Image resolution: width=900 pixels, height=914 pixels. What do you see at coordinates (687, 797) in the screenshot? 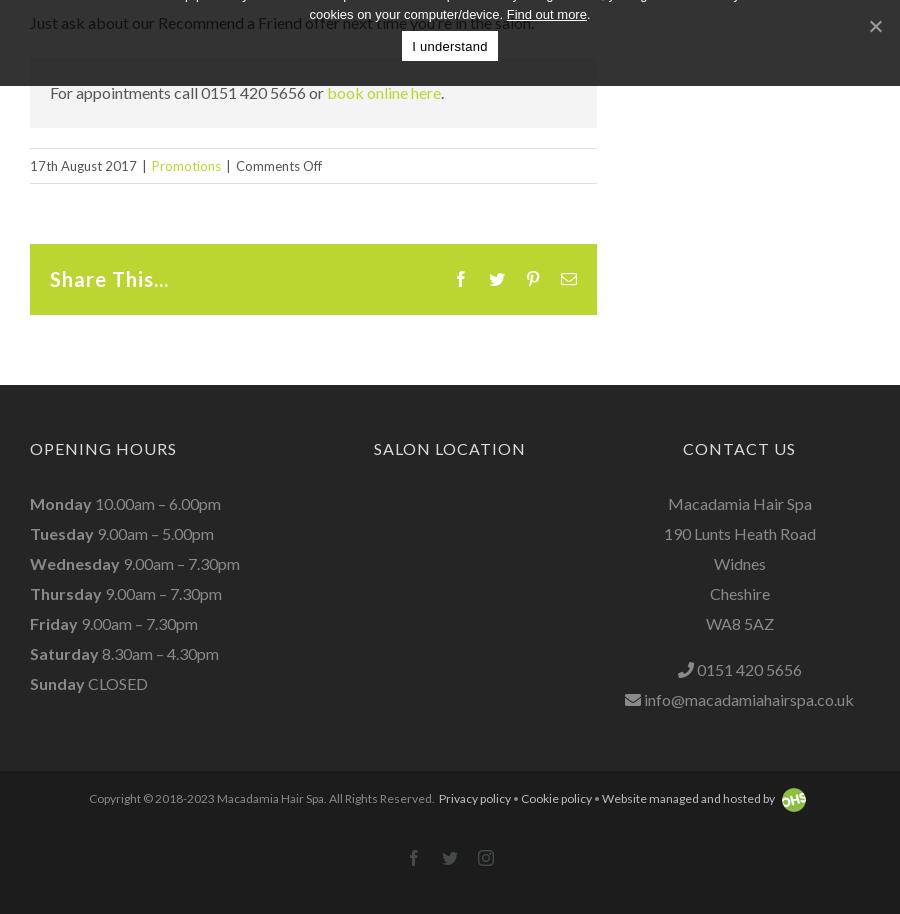
I see `'Website managed and hosted by'` at bounding box center [687, 797].